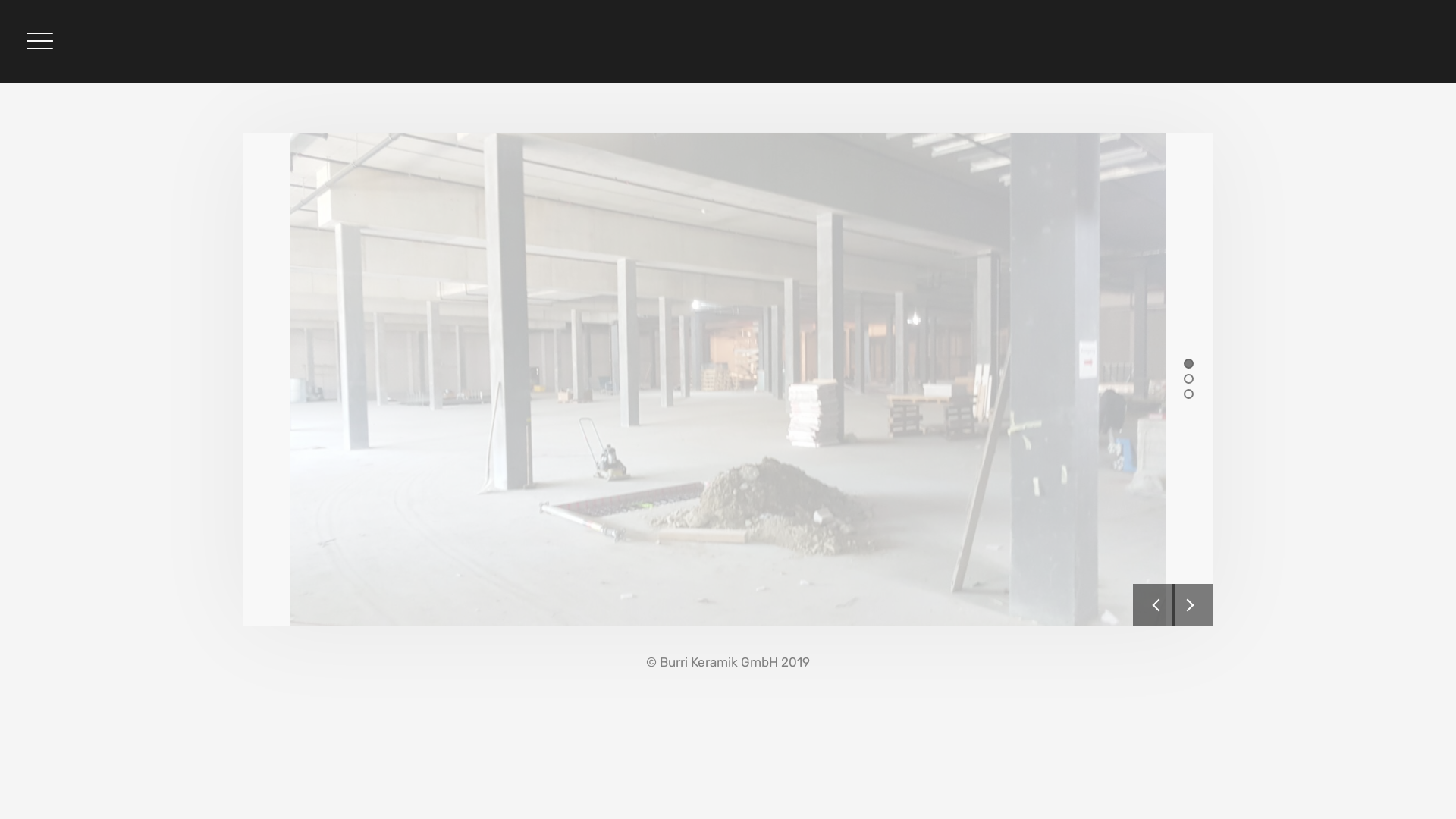  I want to click on '2', so click(1188, 377).